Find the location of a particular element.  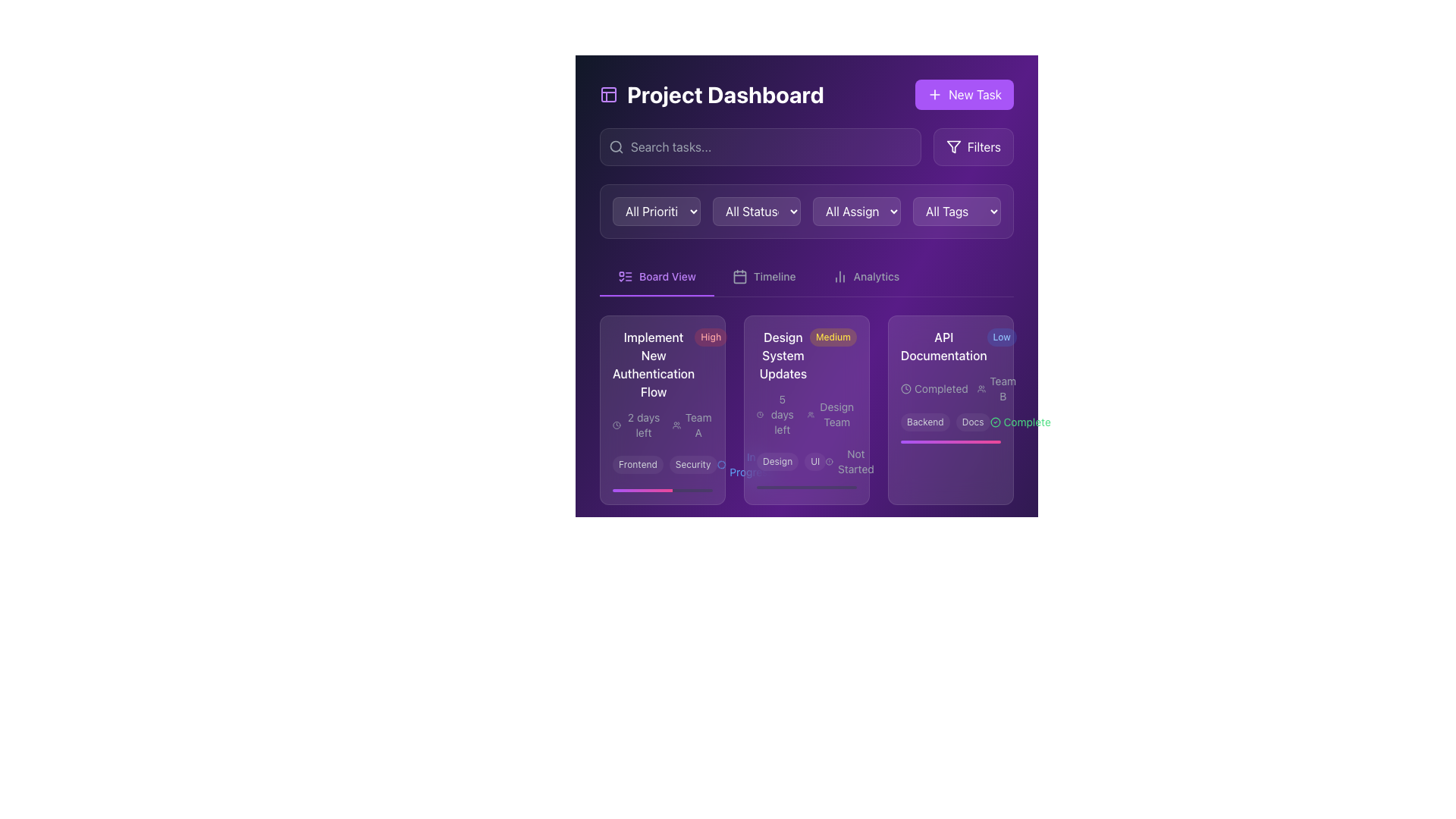

the dropdown menu labeled 'All Assignees' is located at coordinates (856, 211).